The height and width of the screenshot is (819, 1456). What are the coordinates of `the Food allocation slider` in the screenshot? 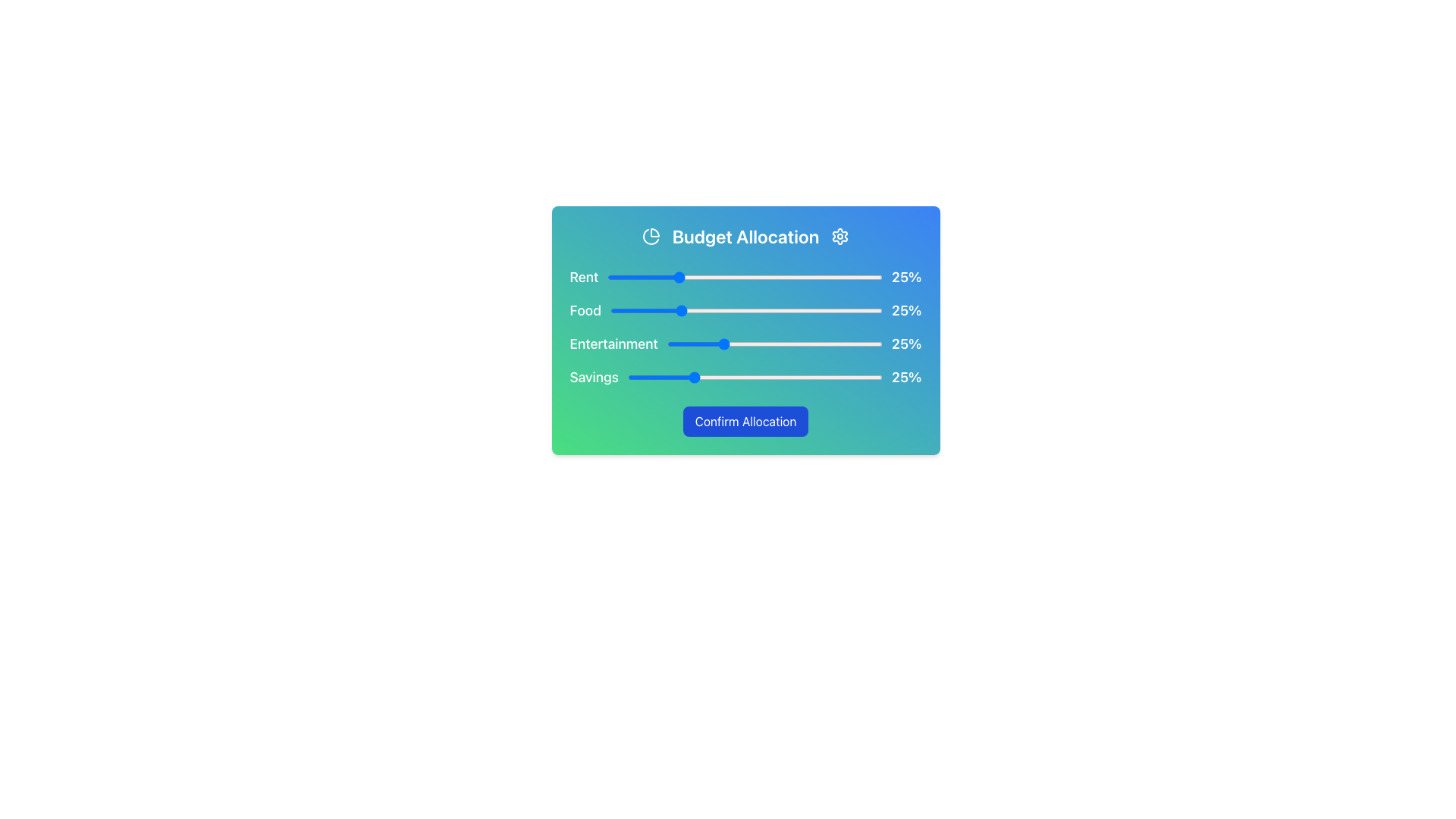 It's located at (789, 309).